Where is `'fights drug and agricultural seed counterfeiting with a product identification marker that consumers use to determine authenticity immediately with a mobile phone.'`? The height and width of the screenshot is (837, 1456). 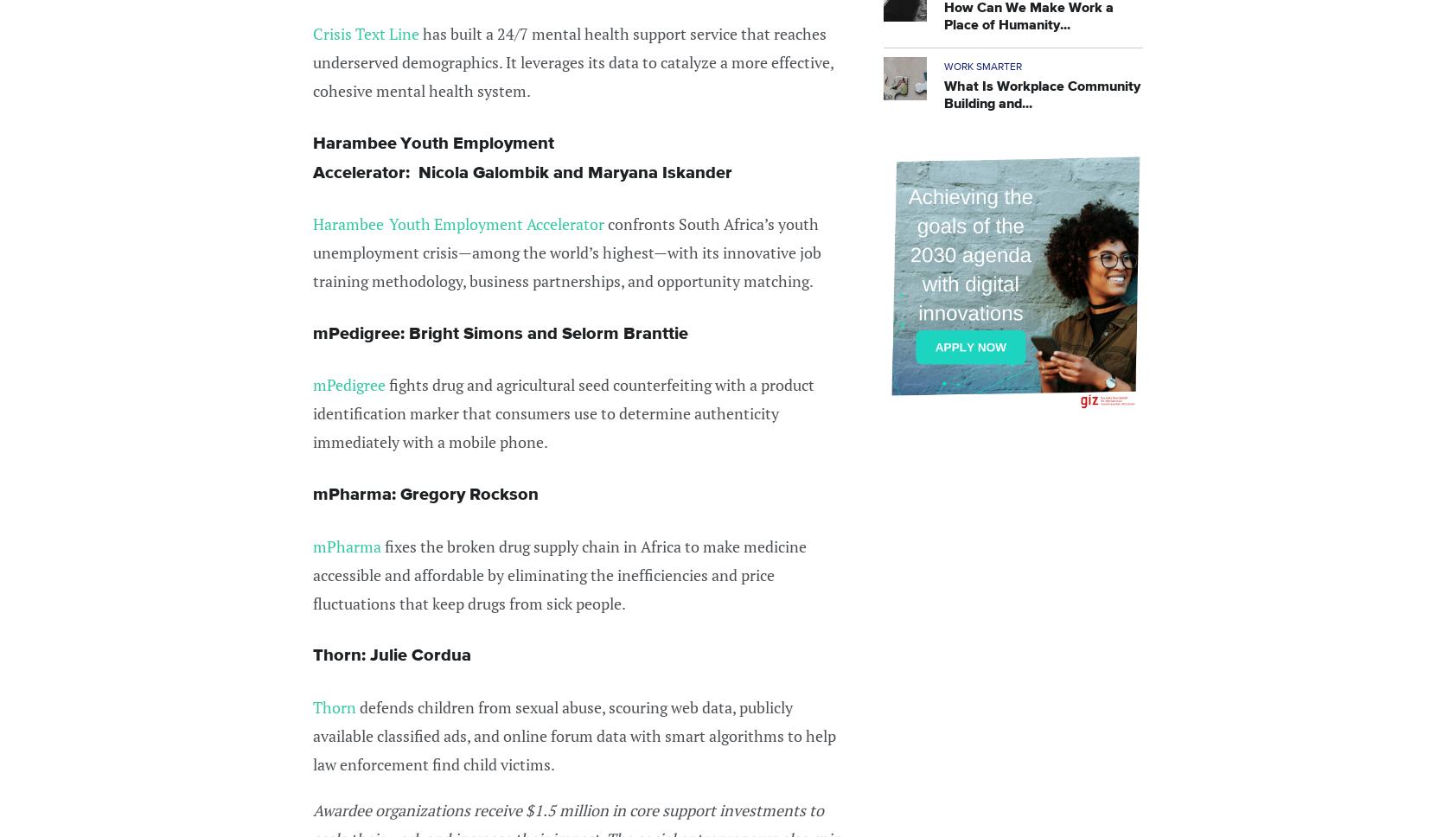
'fights drug and agricultural seed counterfeiting with a product identification marker that consumers use to determine authenticity immediately with a mobile phone.' is located at coordinates (564, 412).